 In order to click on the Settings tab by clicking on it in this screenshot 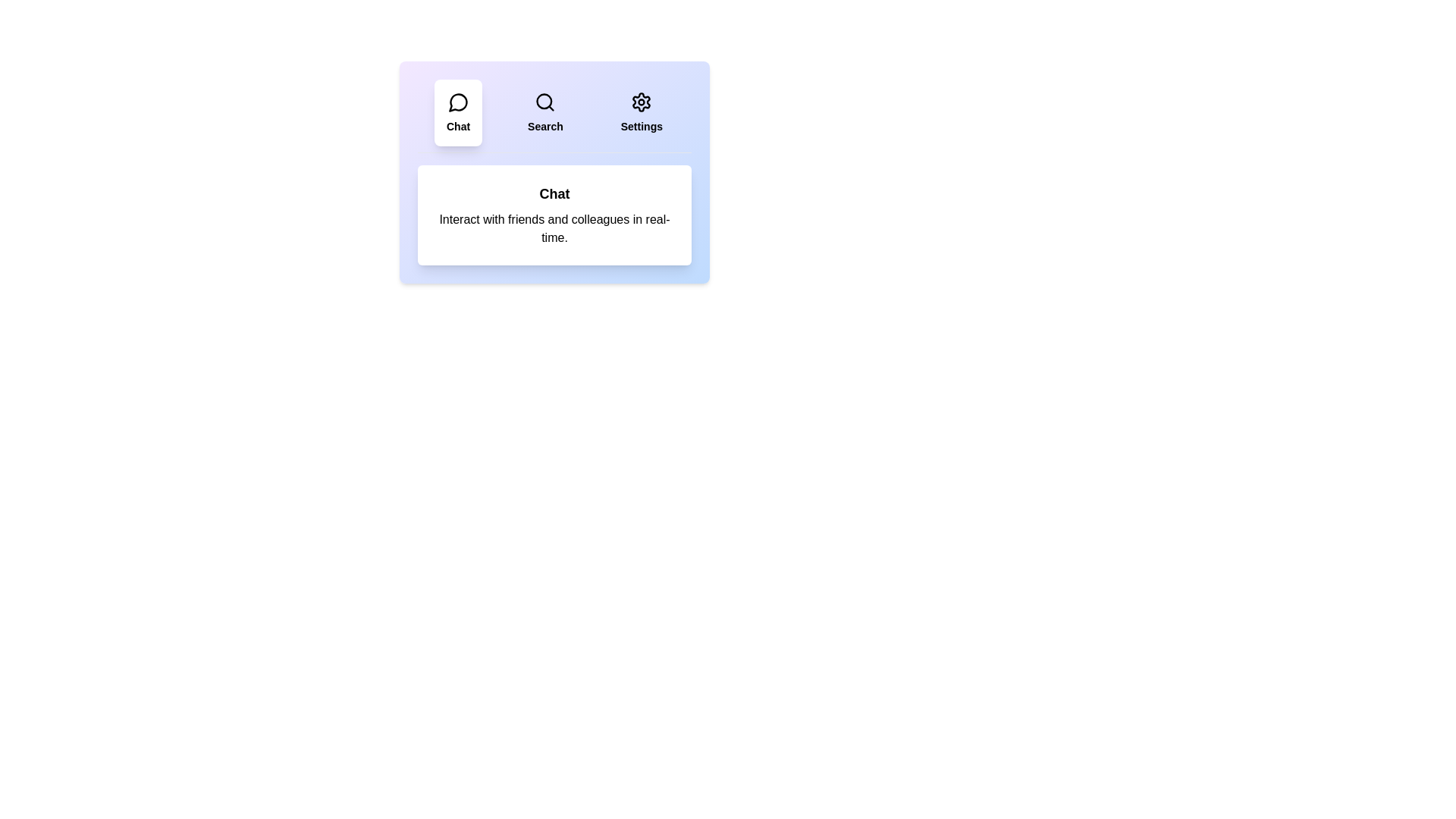, I will do `click(642, 112)`.